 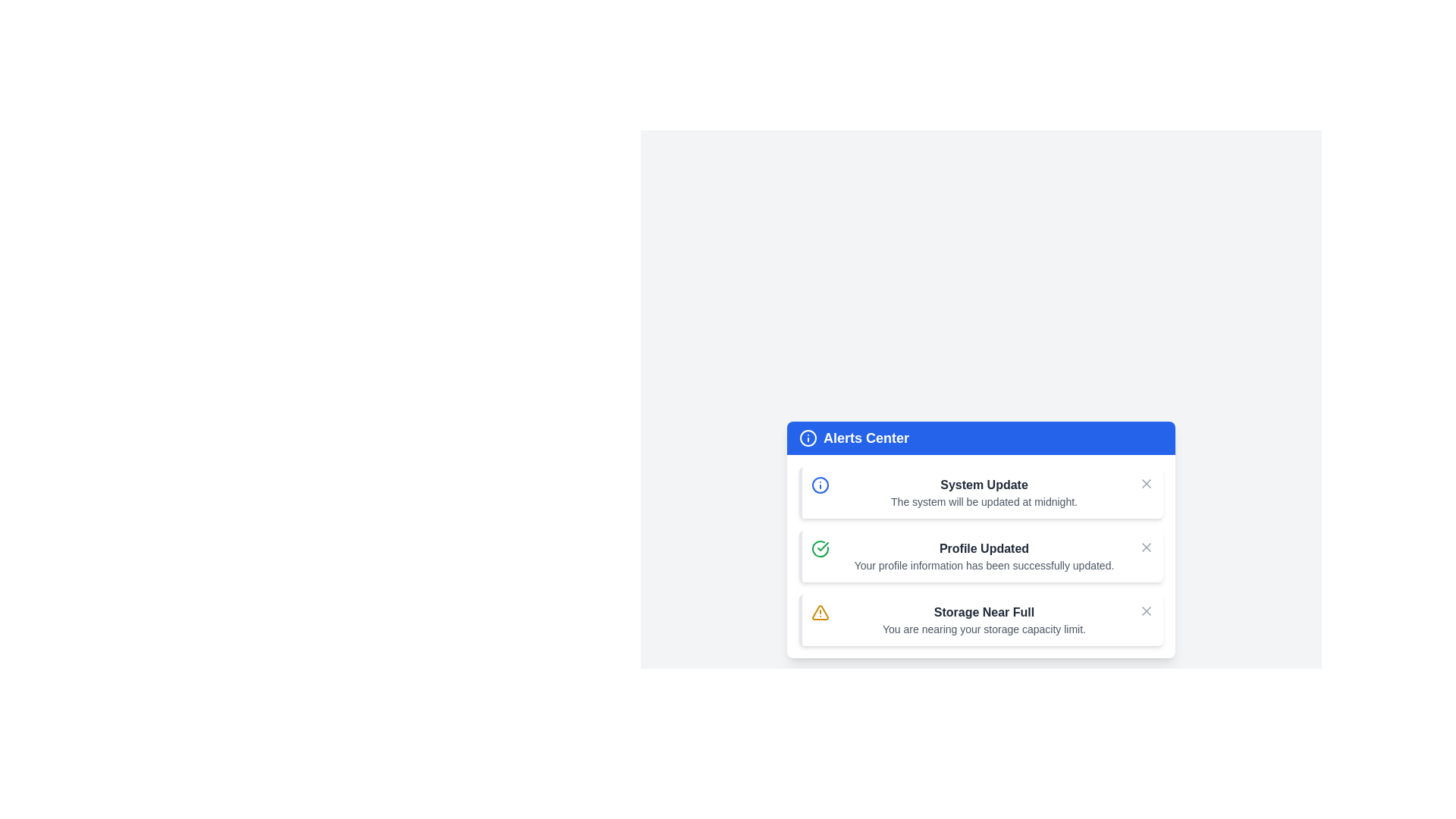 What do you see at coordinates (981, 620) in the screenshot?
I see `the dismiss button on the warning notification about storage nearing capacity, located as the third notification in the Alerts Center panel` at bounding box center [981, 620].